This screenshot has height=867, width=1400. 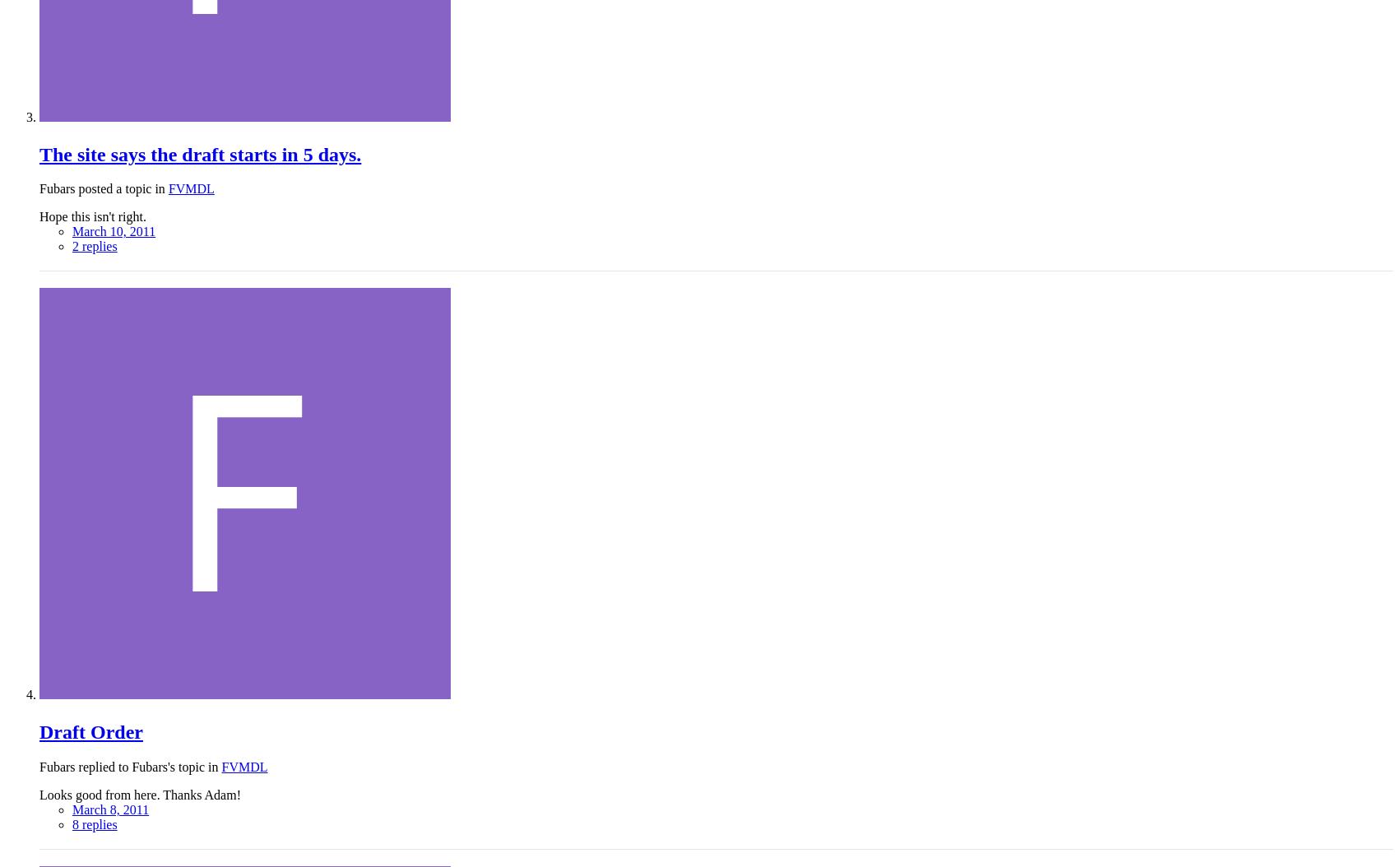 What do you see at coordinates (139, 795) in the screenshot?
I see `'Looks good from here.  Thanks Adam!'` at bounding box center [139, 795].